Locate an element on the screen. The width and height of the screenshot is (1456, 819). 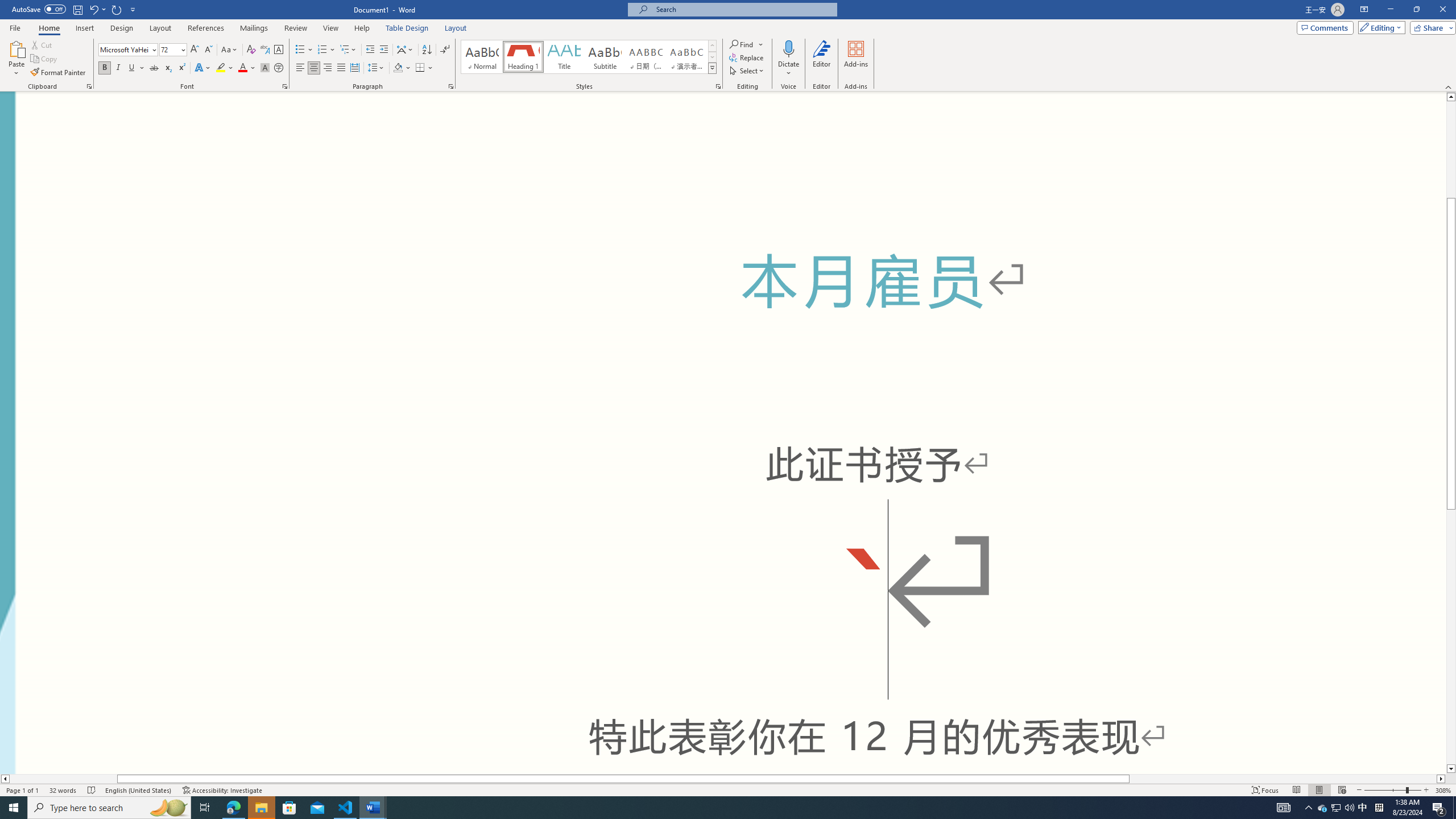
'Paste' is located at coordinates (16, 59).